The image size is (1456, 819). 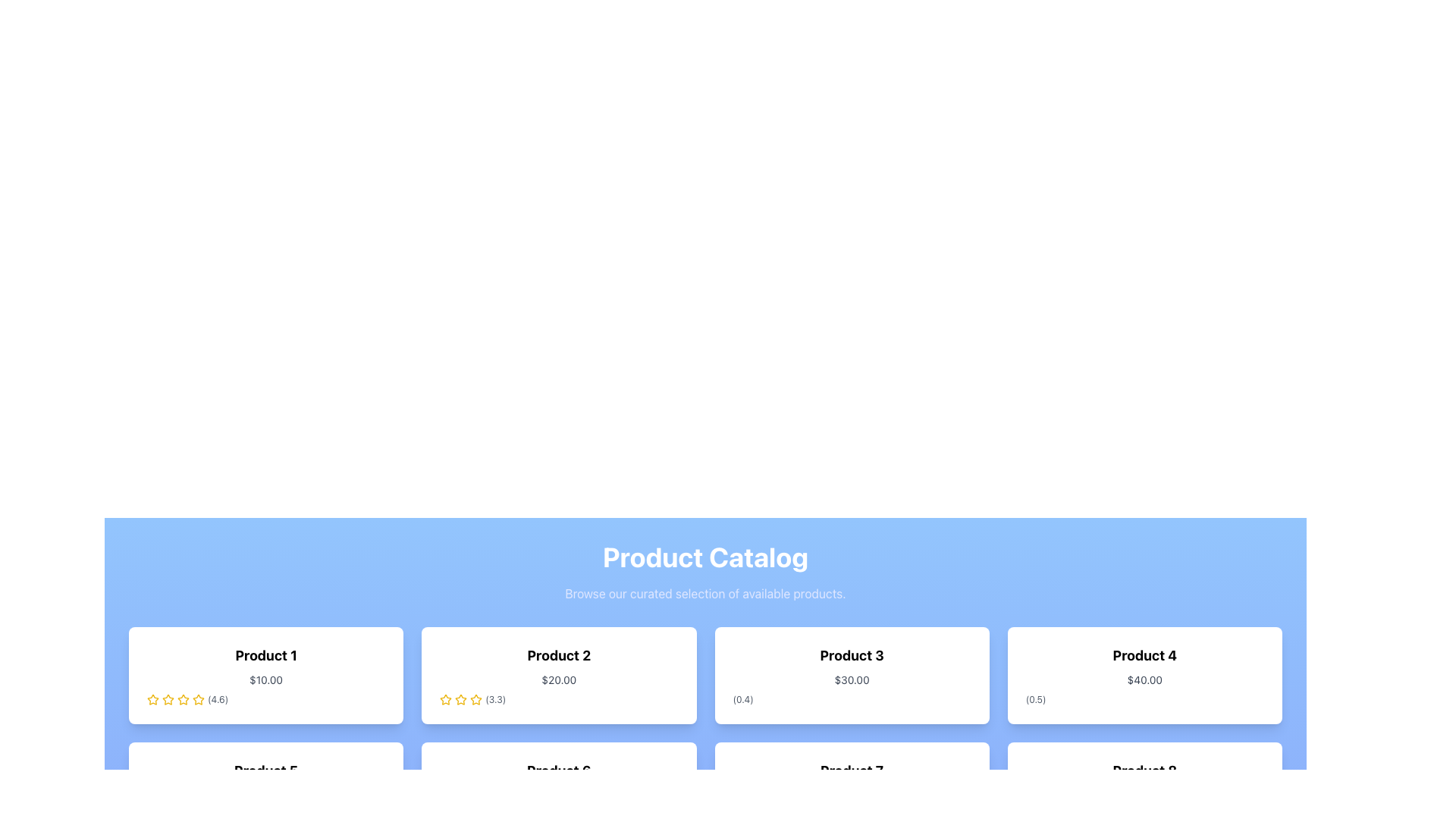 What do you see at coordinates (852, 679) in the screenshot?
I see `the static text label displaying the price '$30.00', which is positioned under 'Product 3' and above the rating '(0.4)', located in the third column of the product catalog grid` at bounding box center [852, 679].